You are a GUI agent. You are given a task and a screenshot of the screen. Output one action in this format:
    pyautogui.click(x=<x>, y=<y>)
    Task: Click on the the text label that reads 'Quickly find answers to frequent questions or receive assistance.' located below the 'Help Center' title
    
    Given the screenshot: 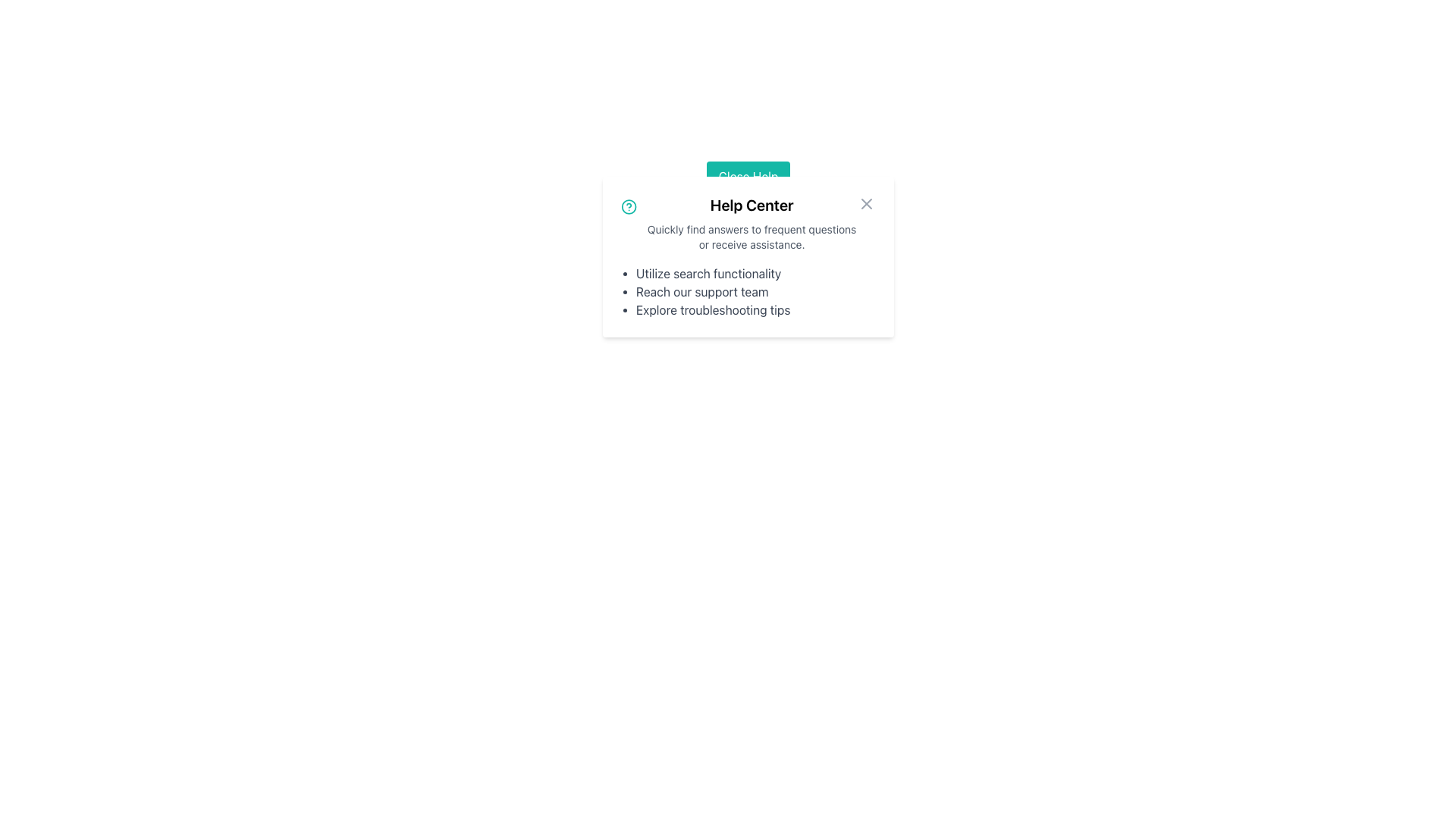 What is the action you would take?
    pyautogui.click(x=752, y=237)
    